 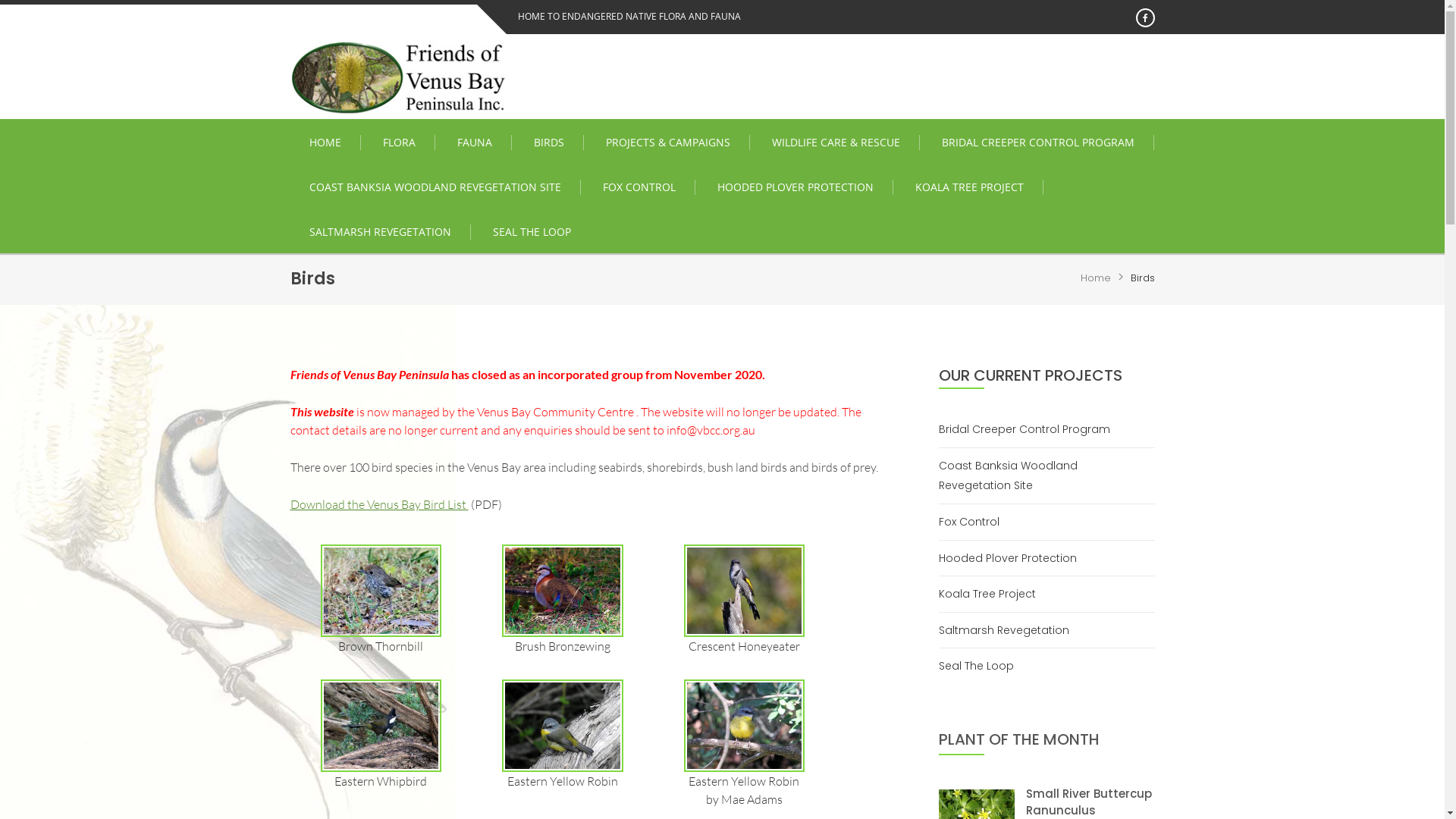 I want to click on 'HOODED PLOVER PROTECTION', so click(x=794, y=186).